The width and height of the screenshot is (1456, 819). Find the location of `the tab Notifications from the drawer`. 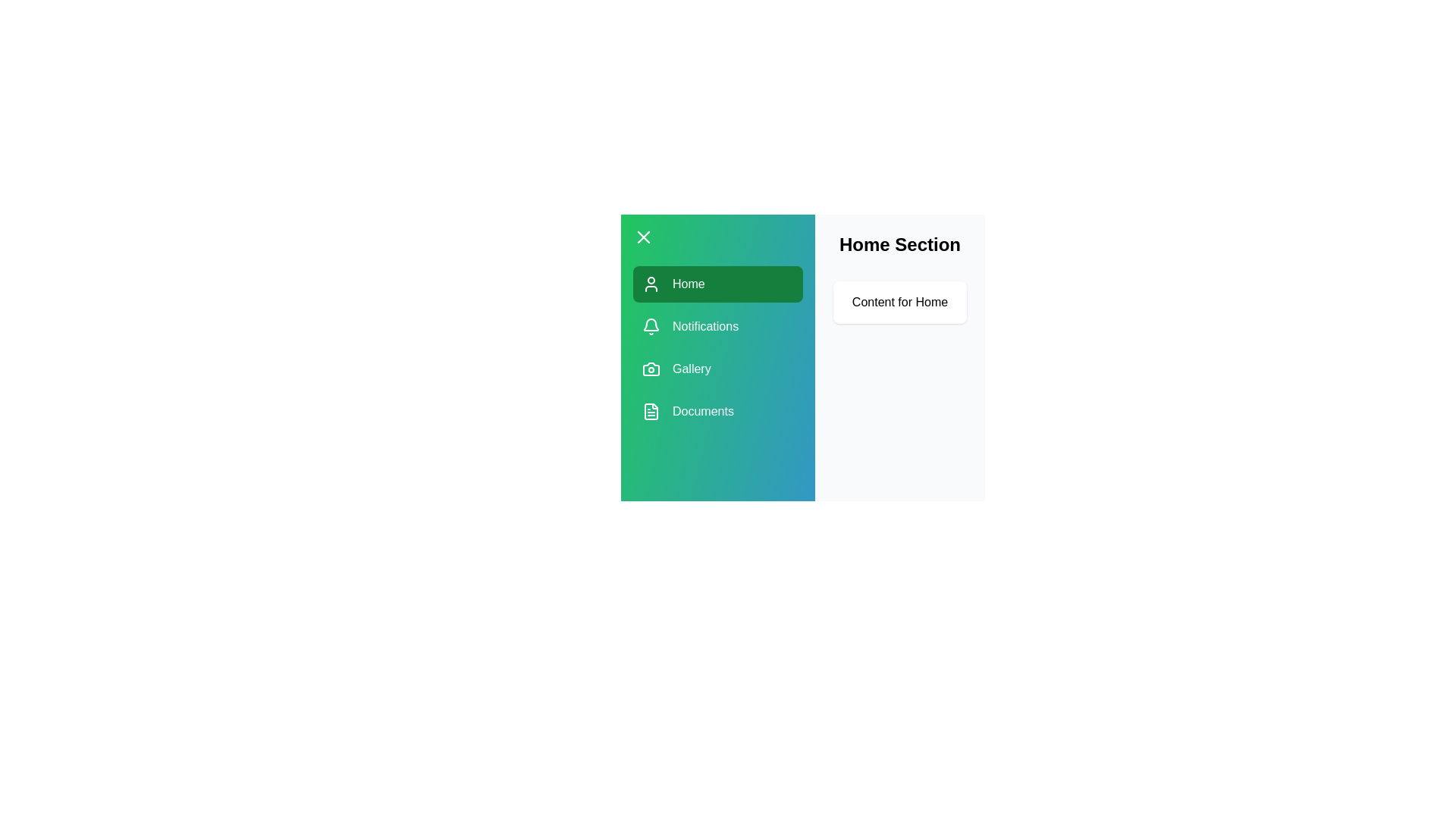

the tab Notifications from the drawer is located at coordinates (717, 326).